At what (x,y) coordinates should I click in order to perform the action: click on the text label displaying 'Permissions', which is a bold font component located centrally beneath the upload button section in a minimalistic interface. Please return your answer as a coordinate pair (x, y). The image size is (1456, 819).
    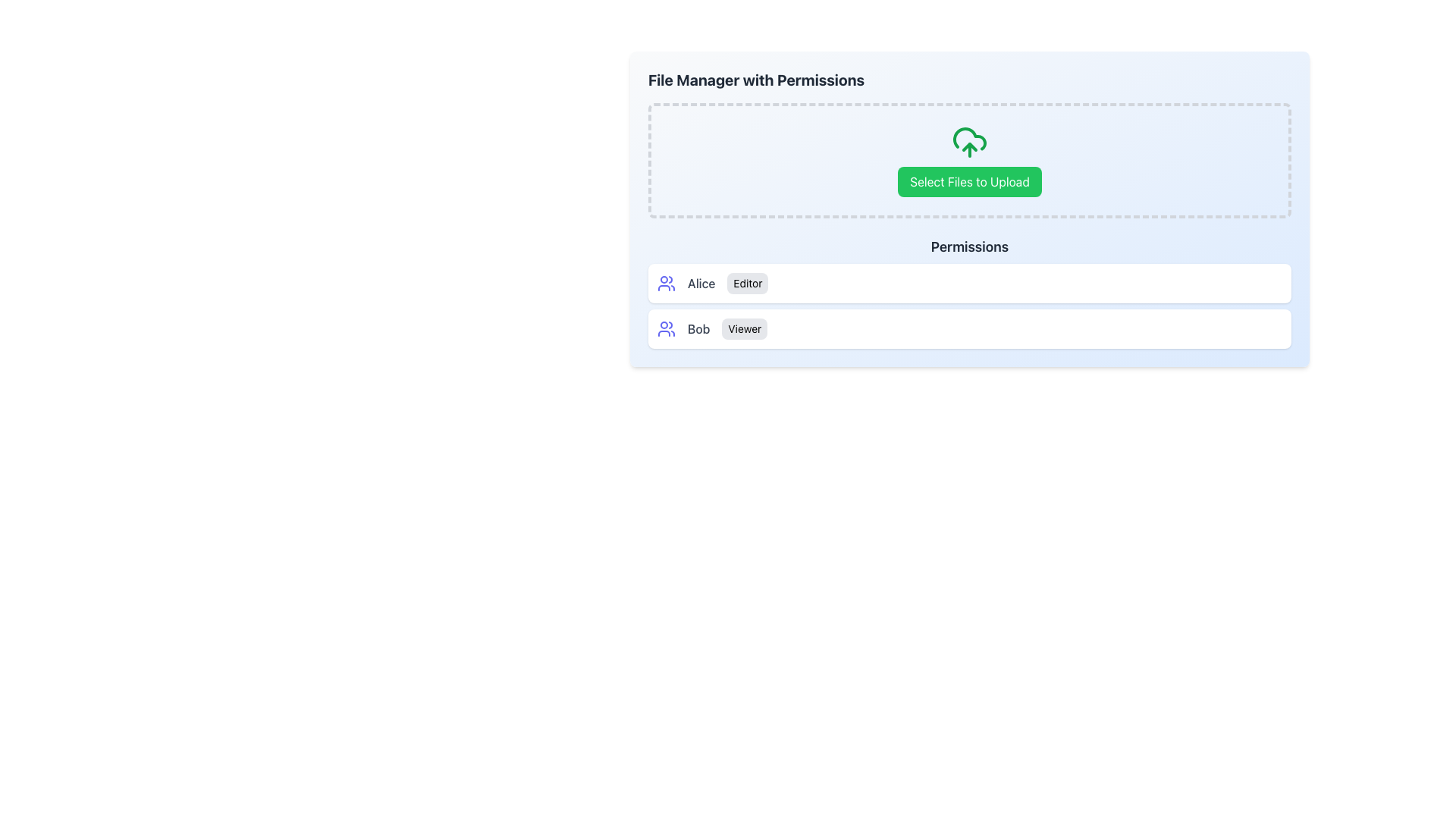
    Looking at the image, I should click on (968, 246).